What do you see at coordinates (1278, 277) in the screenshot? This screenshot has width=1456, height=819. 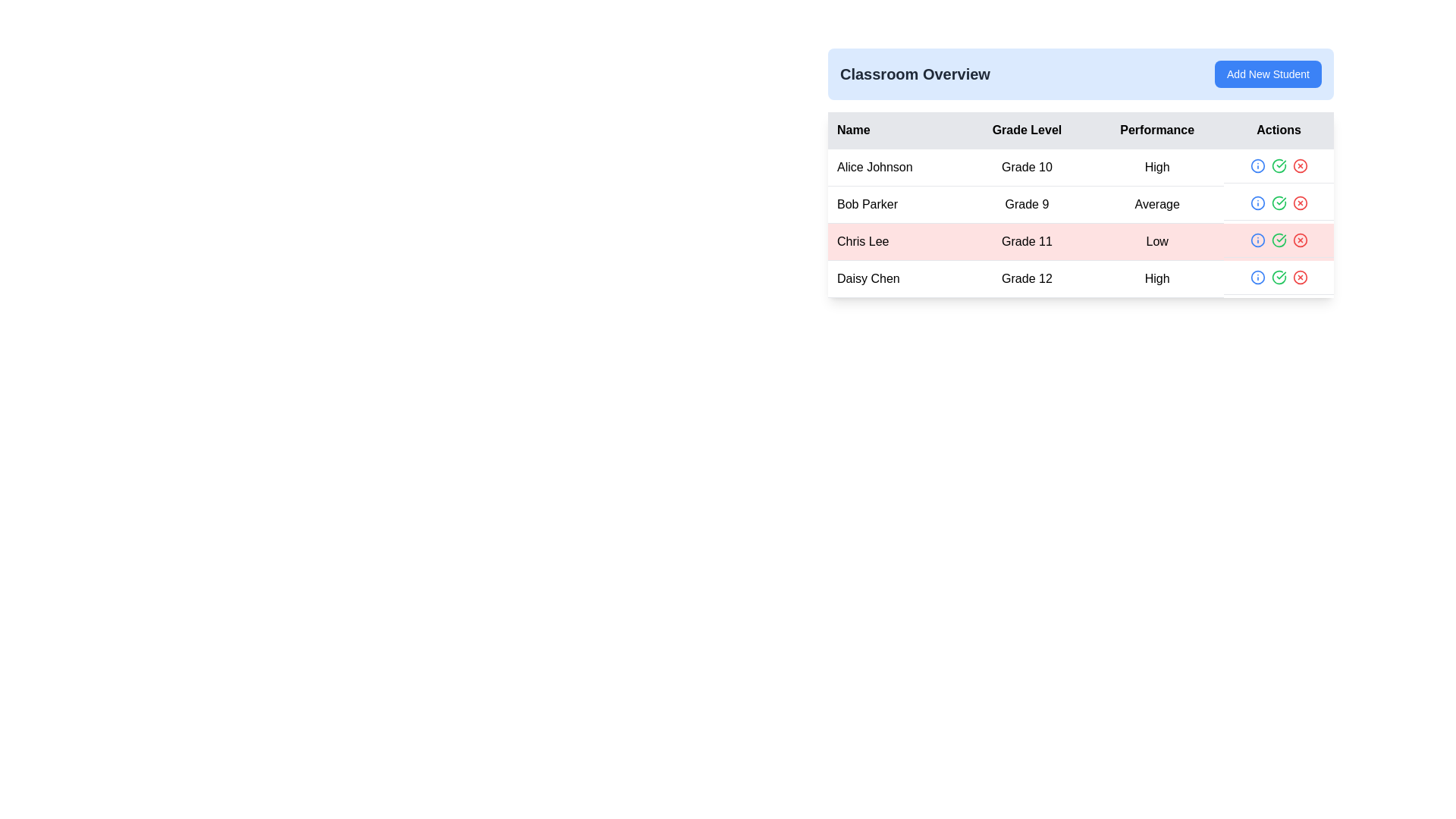 I see `the circular icon button with a green outline and a checkmark inside, located under the Actions column of the table for the entry 'Chris Lee'` at bounding box center [1278, 277].